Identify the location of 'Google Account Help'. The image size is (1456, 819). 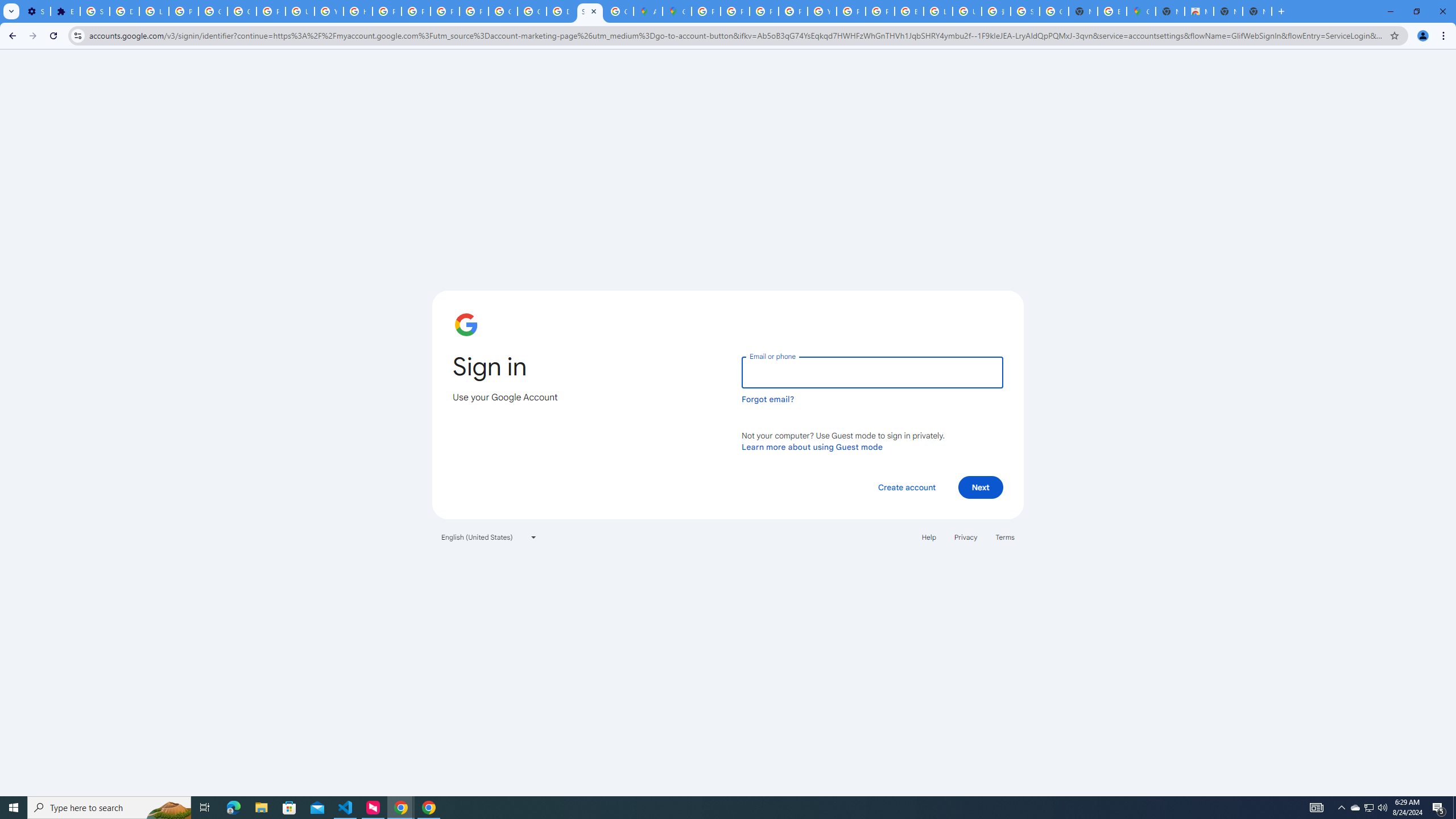
(242, 11).